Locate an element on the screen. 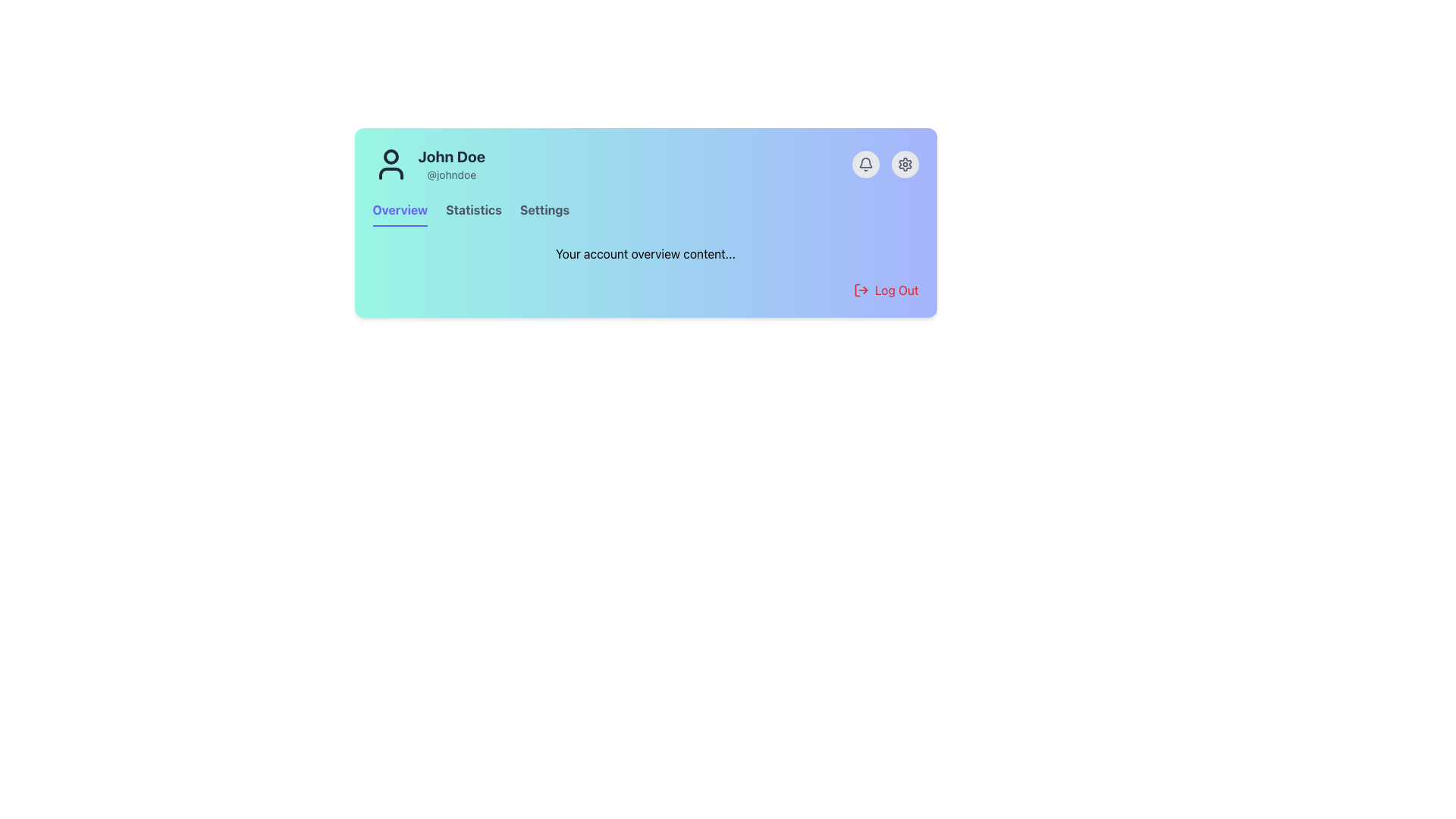  the gear icon located in the rightmost circular button of the control options in the top-right section of the settings panel is located at coordinates (905, 164).